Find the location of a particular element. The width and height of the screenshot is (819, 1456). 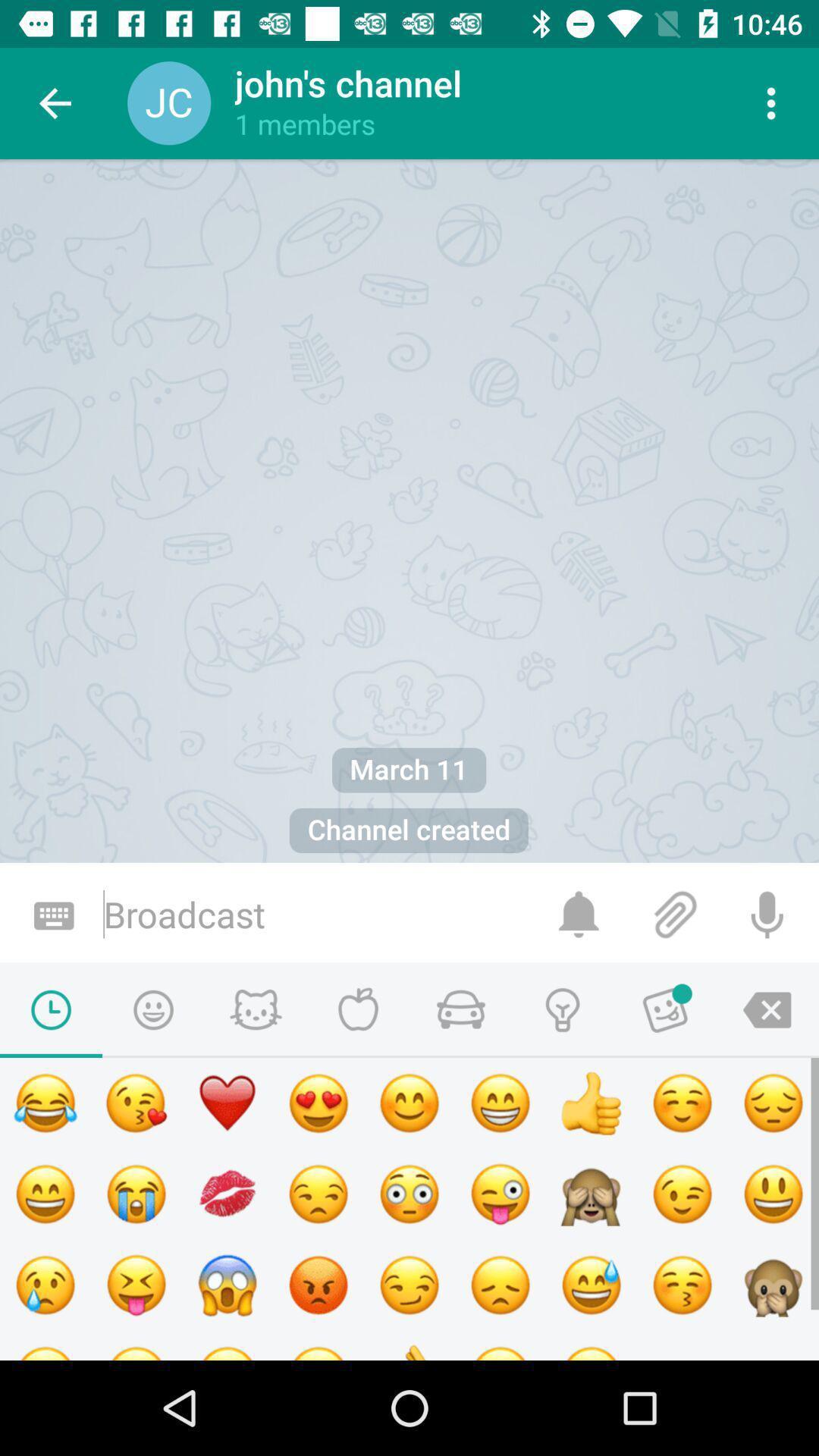

the emoji icon is located at coordinates (45, 1193).